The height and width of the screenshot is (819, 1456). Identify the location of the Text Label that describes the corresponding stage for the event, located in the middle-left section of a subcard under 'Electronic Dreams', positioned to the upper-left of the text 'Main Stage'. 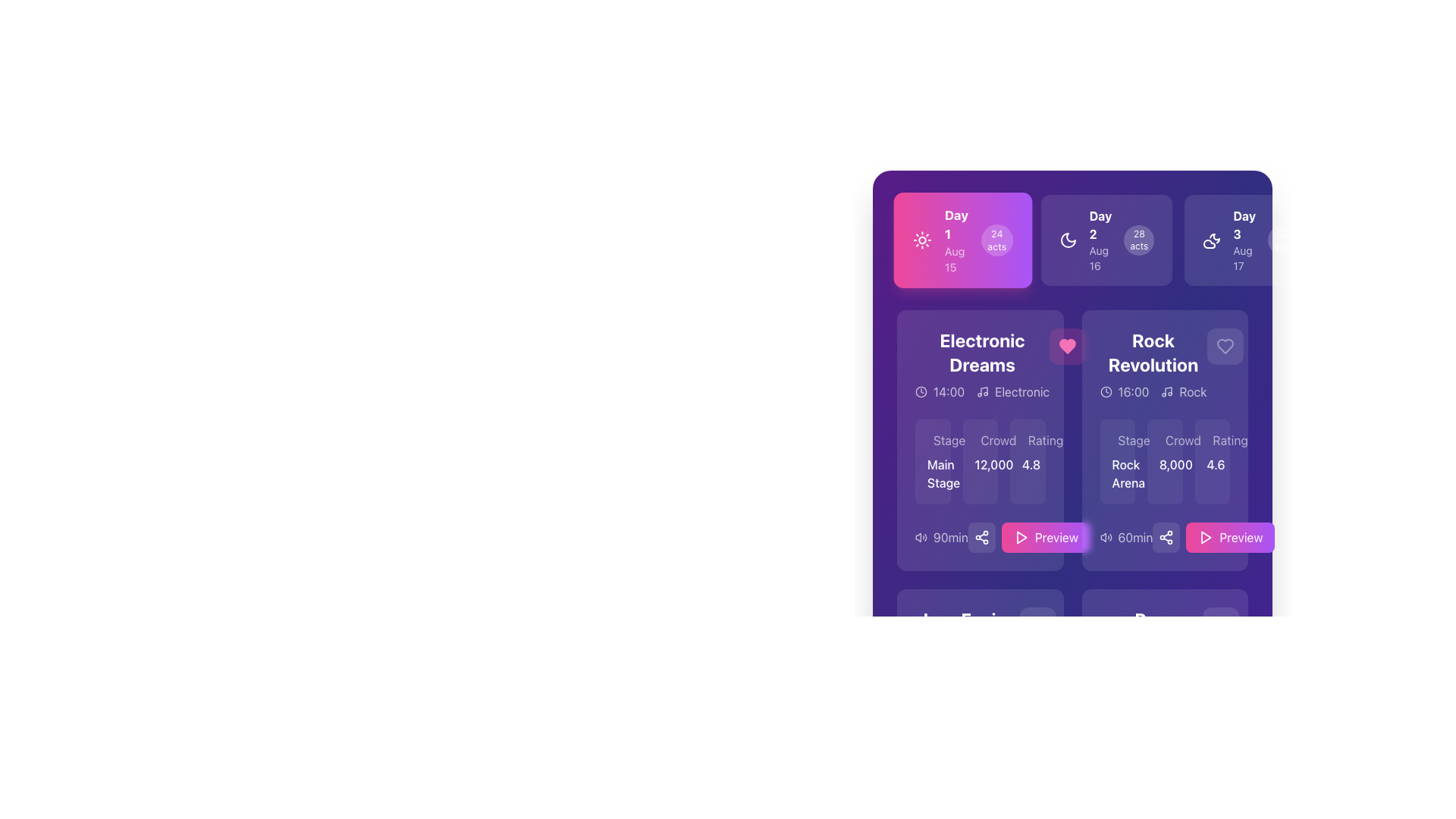
(949, 441).